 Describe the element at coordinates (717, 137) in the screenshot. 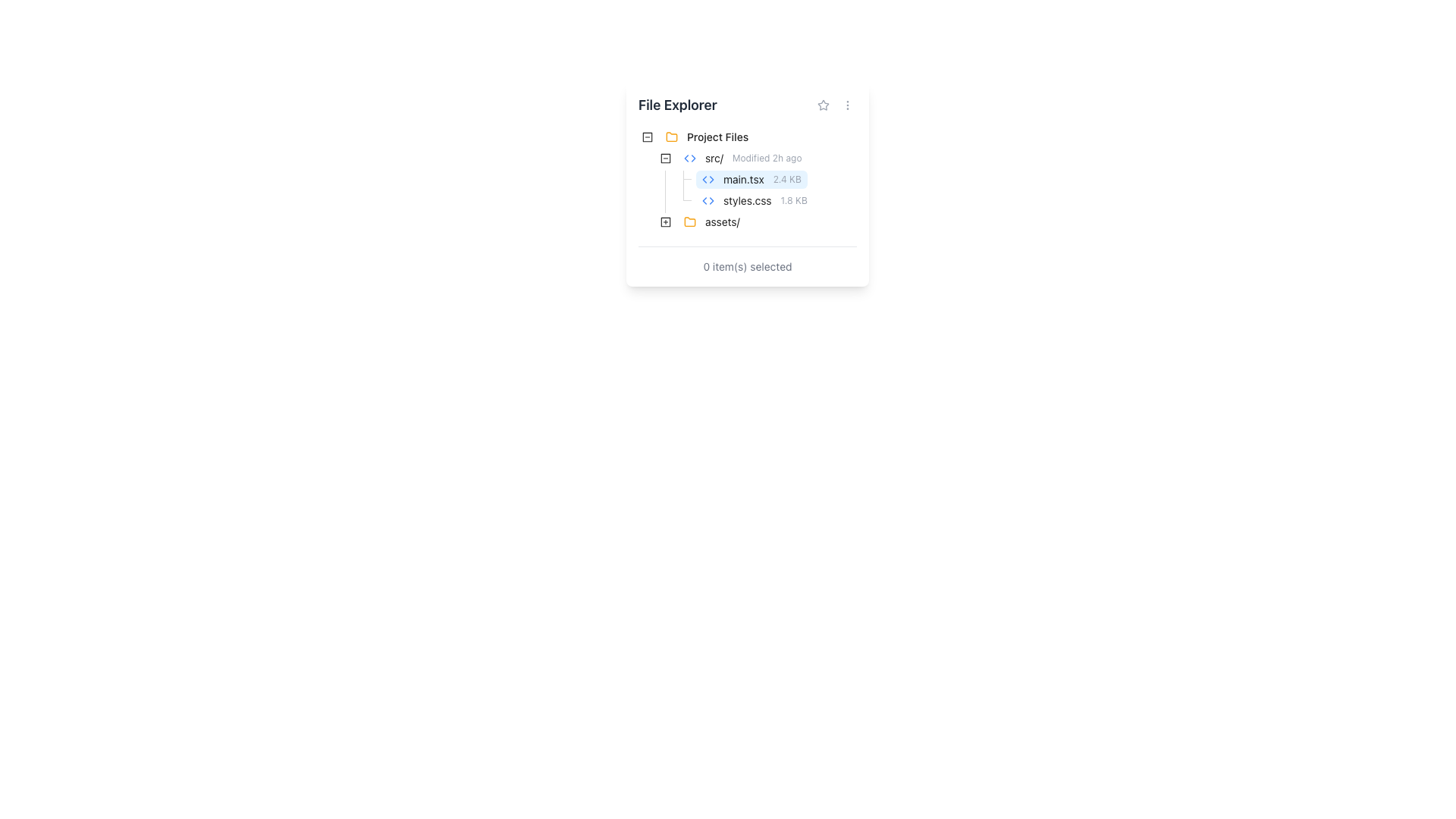

I see `the 'Project Files' text label element` at that location.